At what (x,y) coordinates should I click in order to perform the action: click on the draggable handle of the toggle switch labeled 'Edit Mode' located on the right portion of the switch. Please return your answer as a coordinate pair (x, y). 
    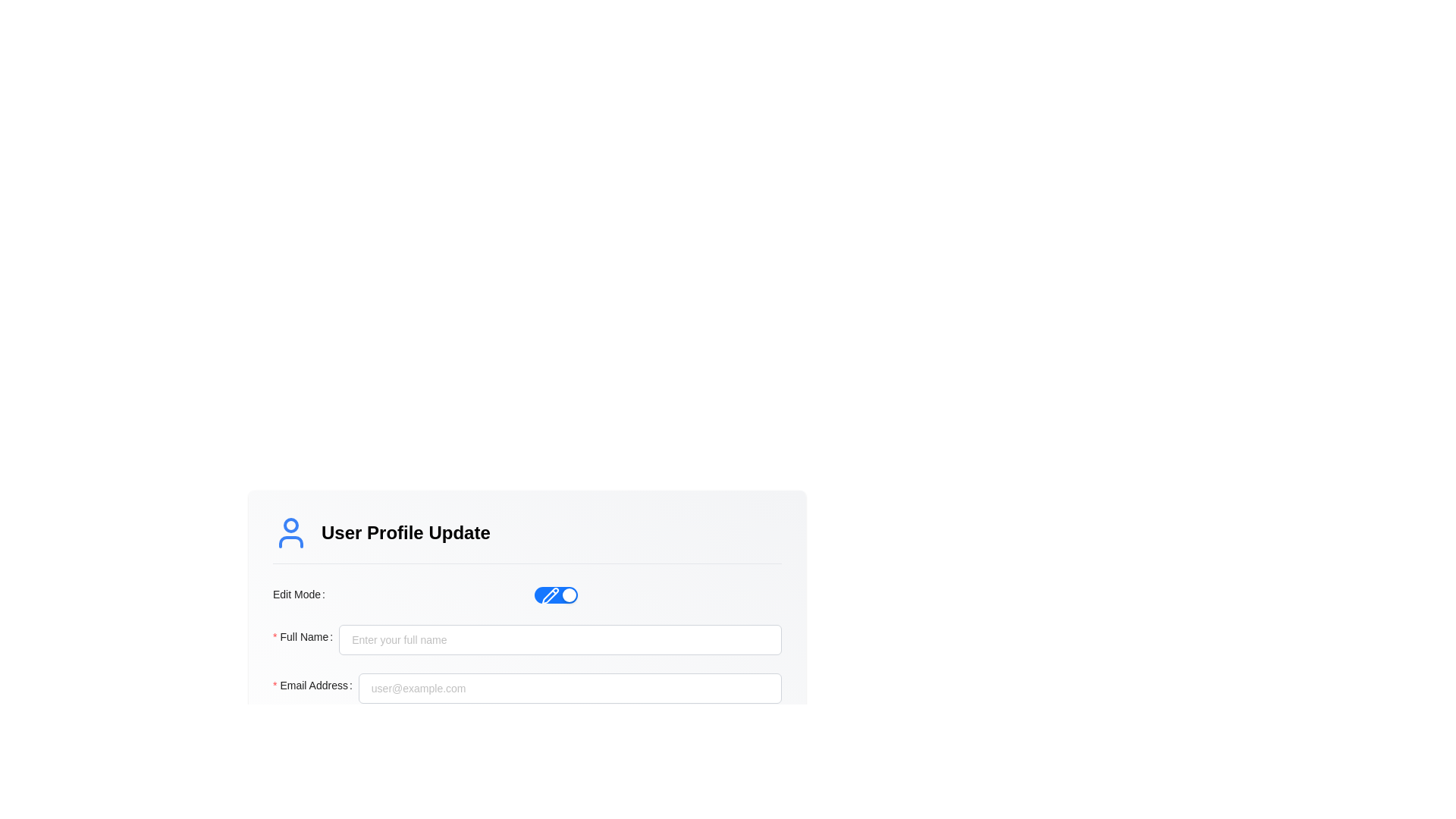
    Looking at the image, I should click on (569, 594).